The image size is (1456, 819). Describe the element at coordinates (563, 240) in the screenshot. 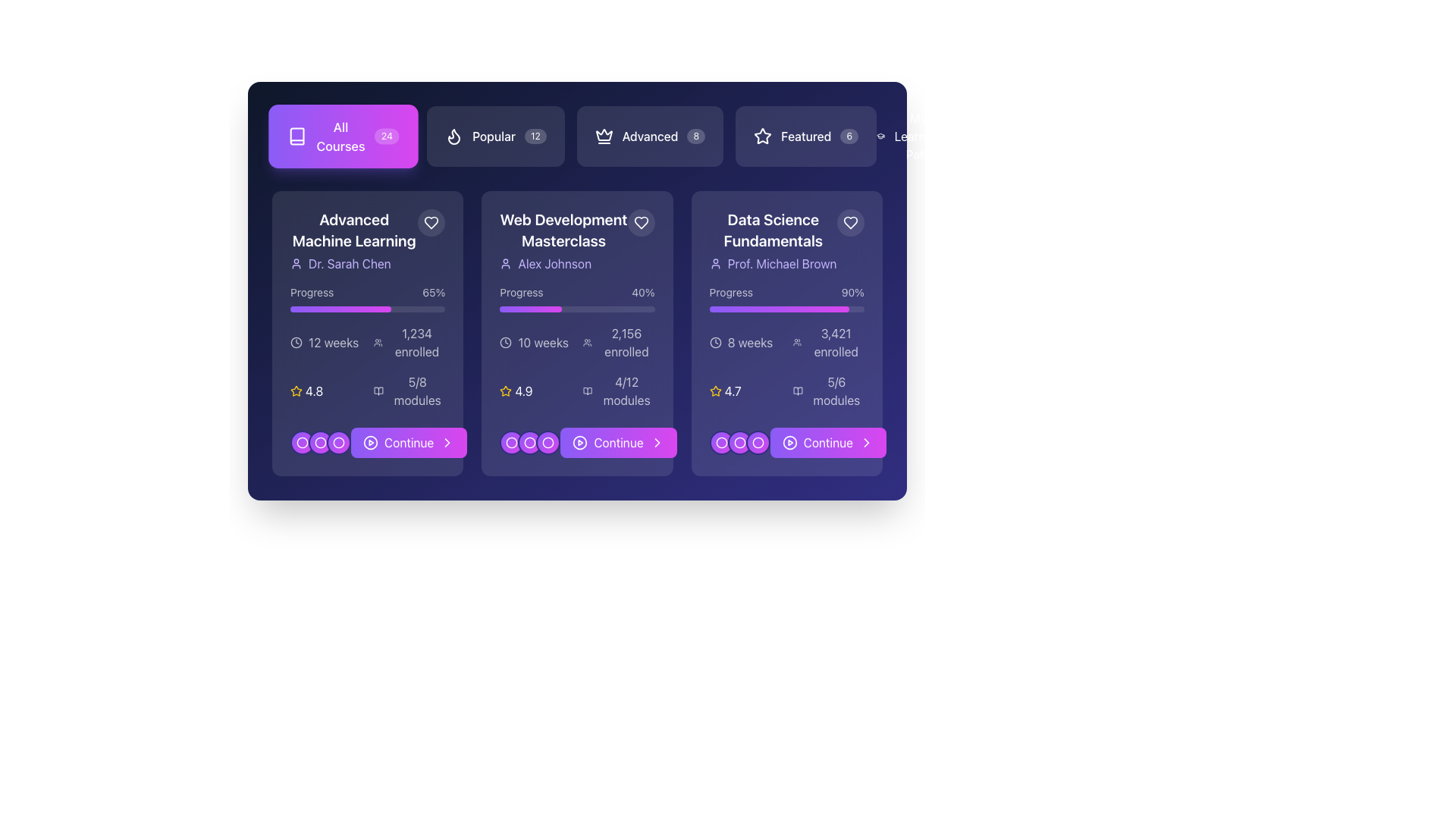

I see `course title 'Web Development Masterclass' and instructor's name 'Alex Johnson' from the text label located centrally in the card titled 'Web Development Masterclass'` at that location.